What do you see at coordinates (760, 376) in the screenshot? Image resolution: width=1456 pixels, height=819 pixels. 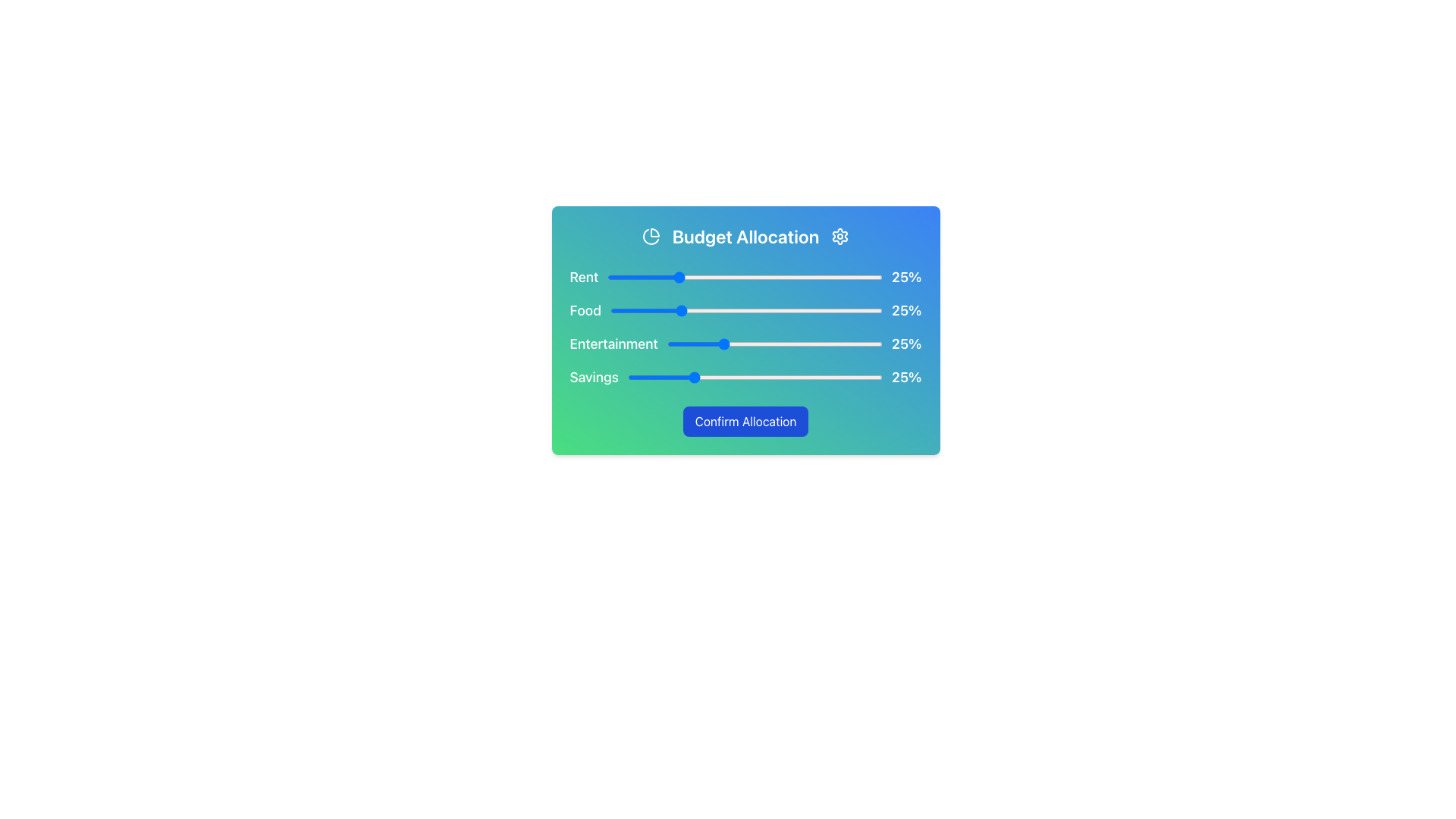 I see `the Savings slider` at bounding box center [760, 376].